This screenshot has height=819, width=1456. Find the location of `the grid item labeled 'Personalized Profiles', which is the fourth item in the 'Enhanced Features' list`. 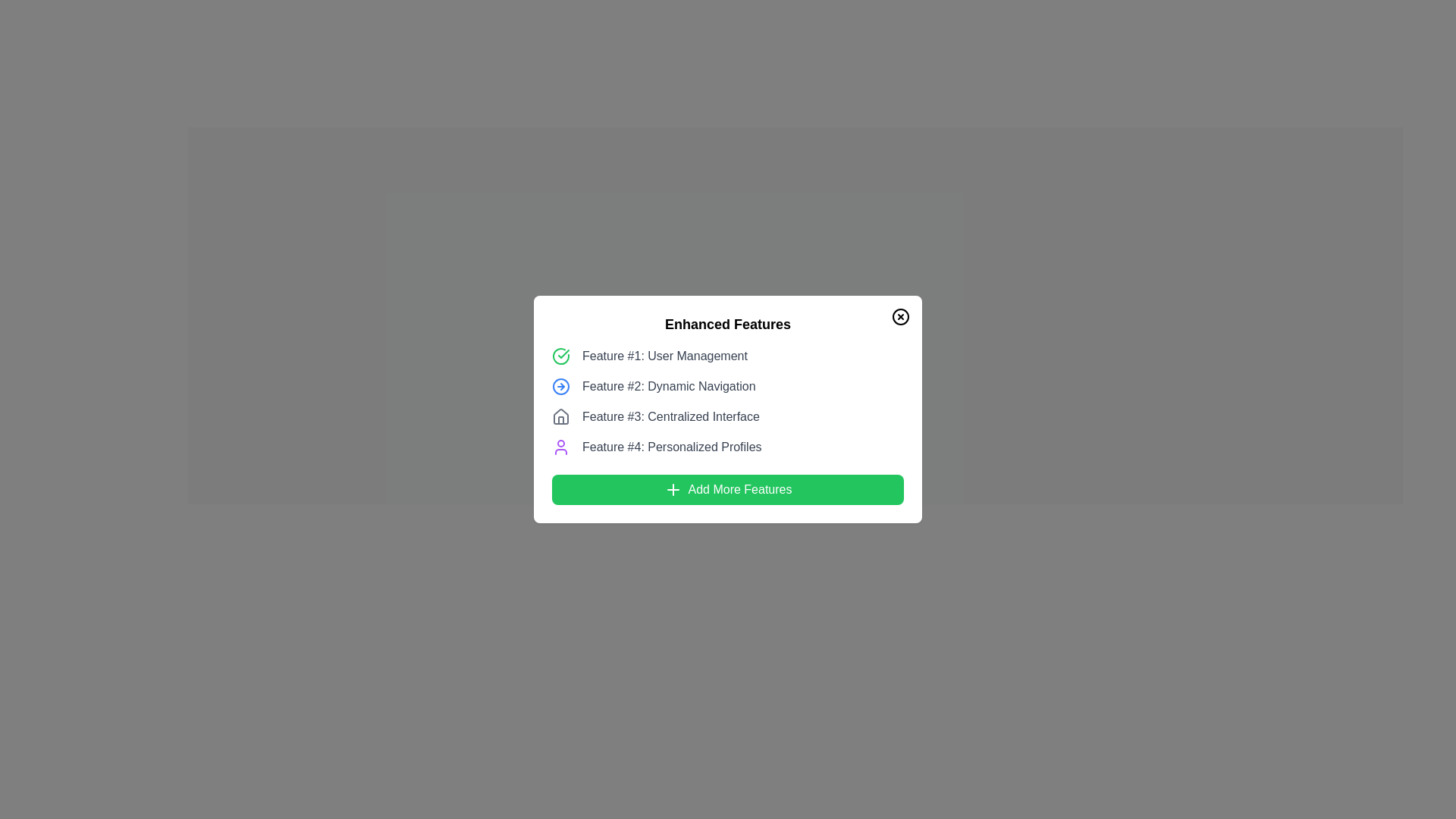

the grid item labeled 'Personalized Profiles', which is the fourth item in the 'Enhanced Features' list is located at coordinates (728, 447).